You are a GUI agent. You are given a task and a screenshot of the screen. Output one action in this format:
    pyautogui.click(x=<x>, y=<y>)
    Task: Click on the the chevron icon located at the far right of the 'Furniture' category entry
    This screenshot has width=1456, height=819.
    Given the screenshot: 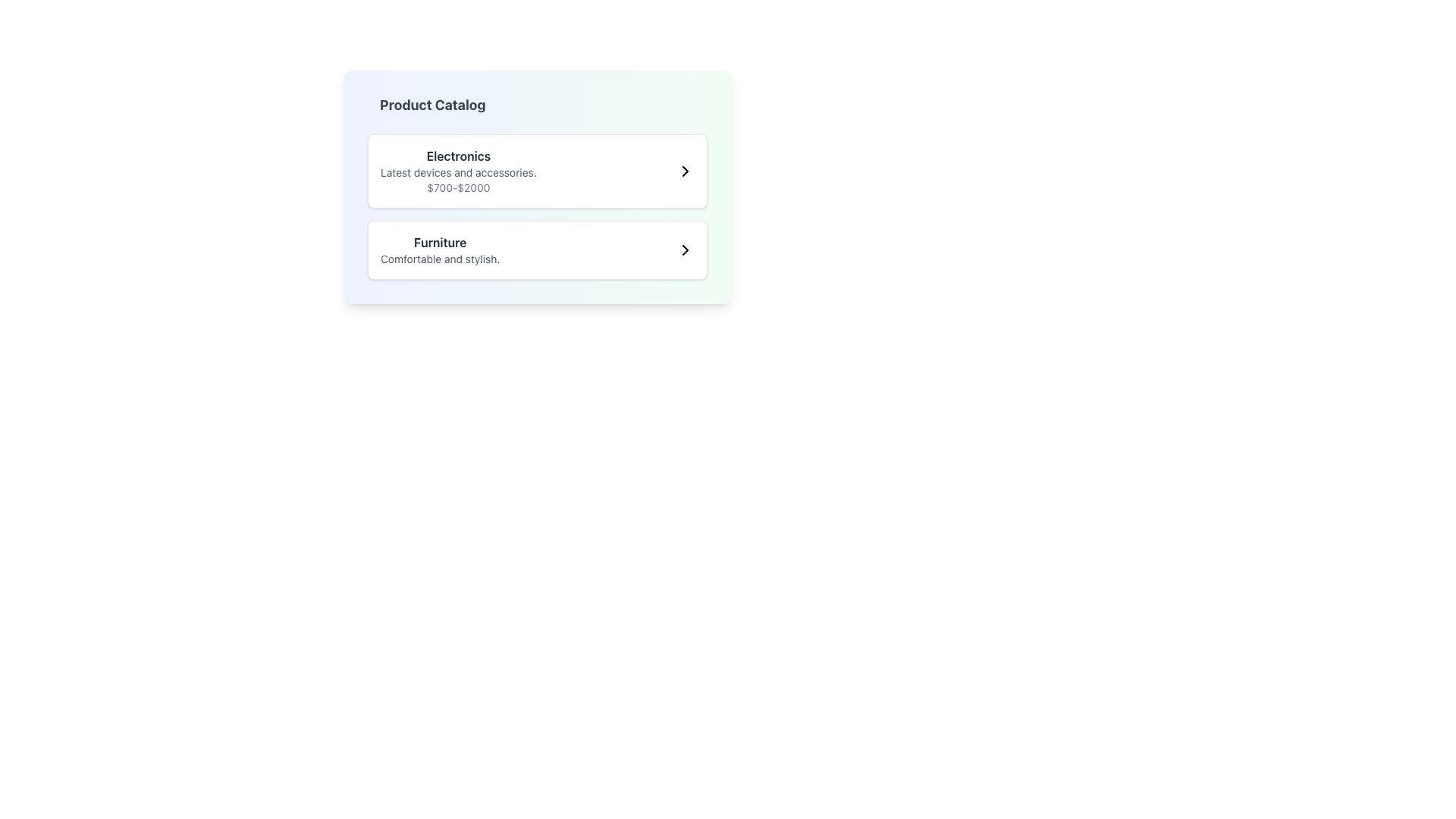 What is the action you would take?
    pyautogui.click(x=684, y=249)
    